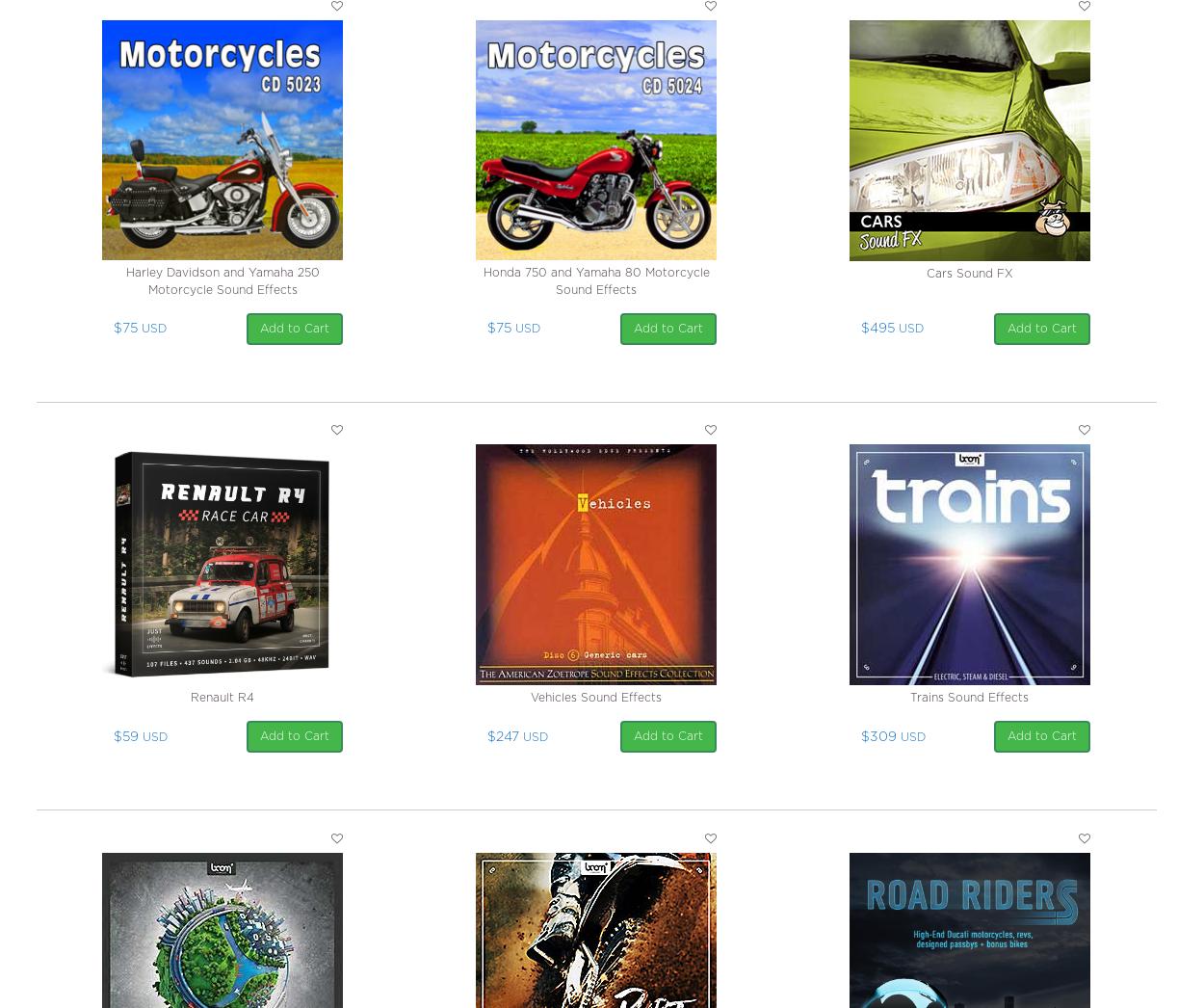 This screenshot has width=1204, height=1008. I want to click on 'Vehicles Sound Effects', so click(595, 698).